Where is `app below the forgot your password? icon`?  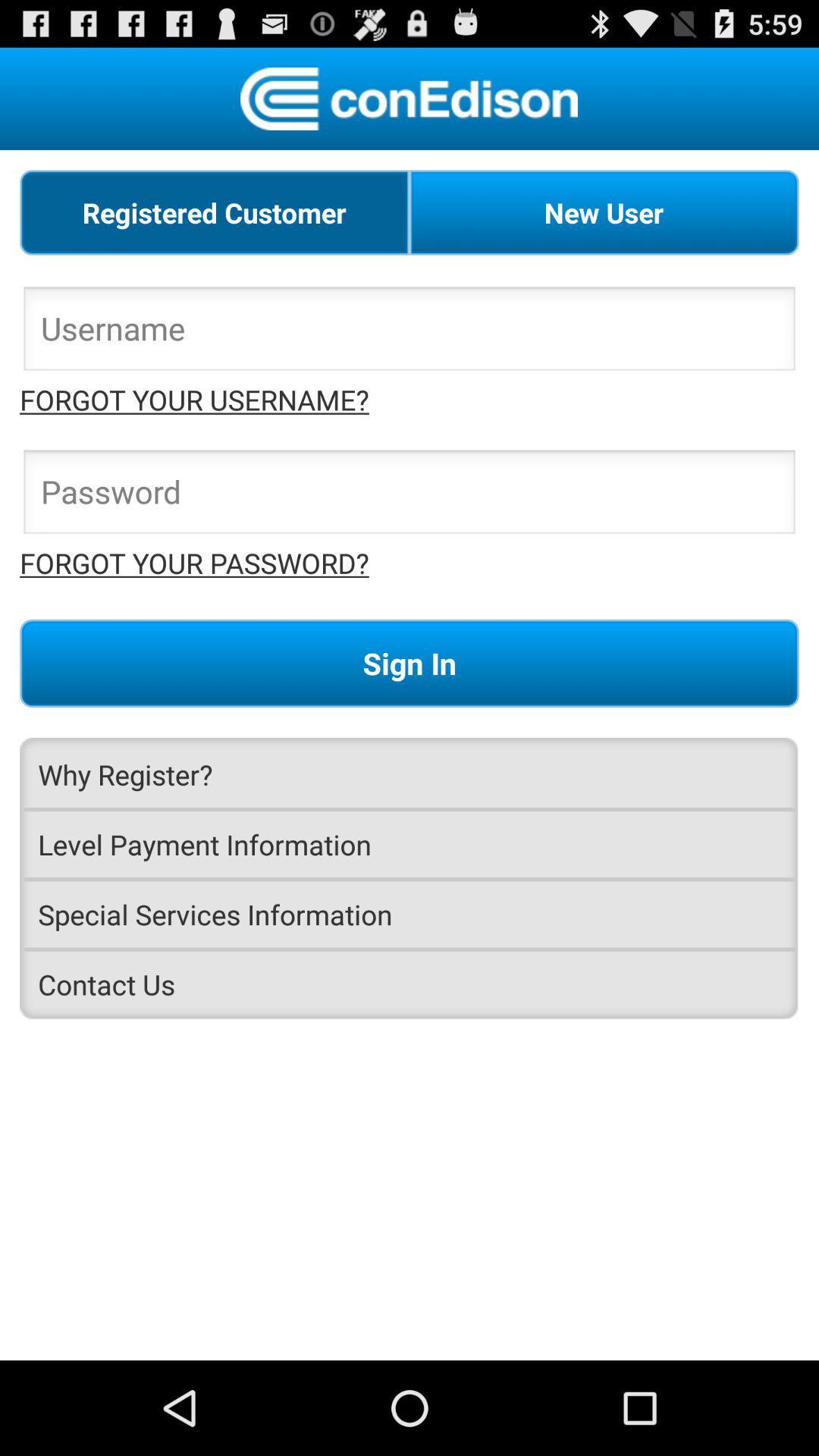 app below the forgot your password? icon is located at coordinates (409, 663).